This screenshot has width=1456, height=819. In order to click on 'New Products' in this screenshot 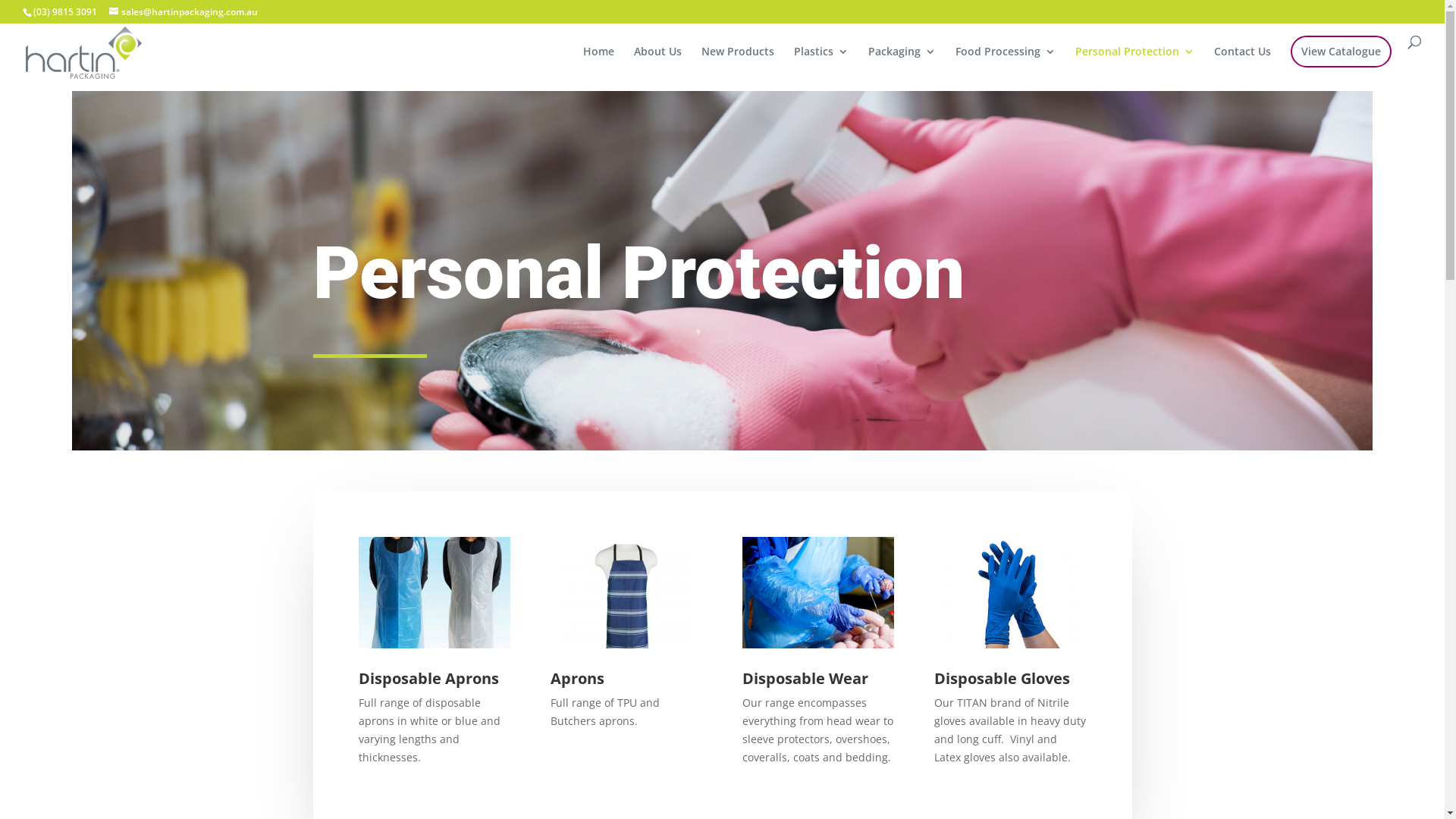, I will do `click(738, 63)`.